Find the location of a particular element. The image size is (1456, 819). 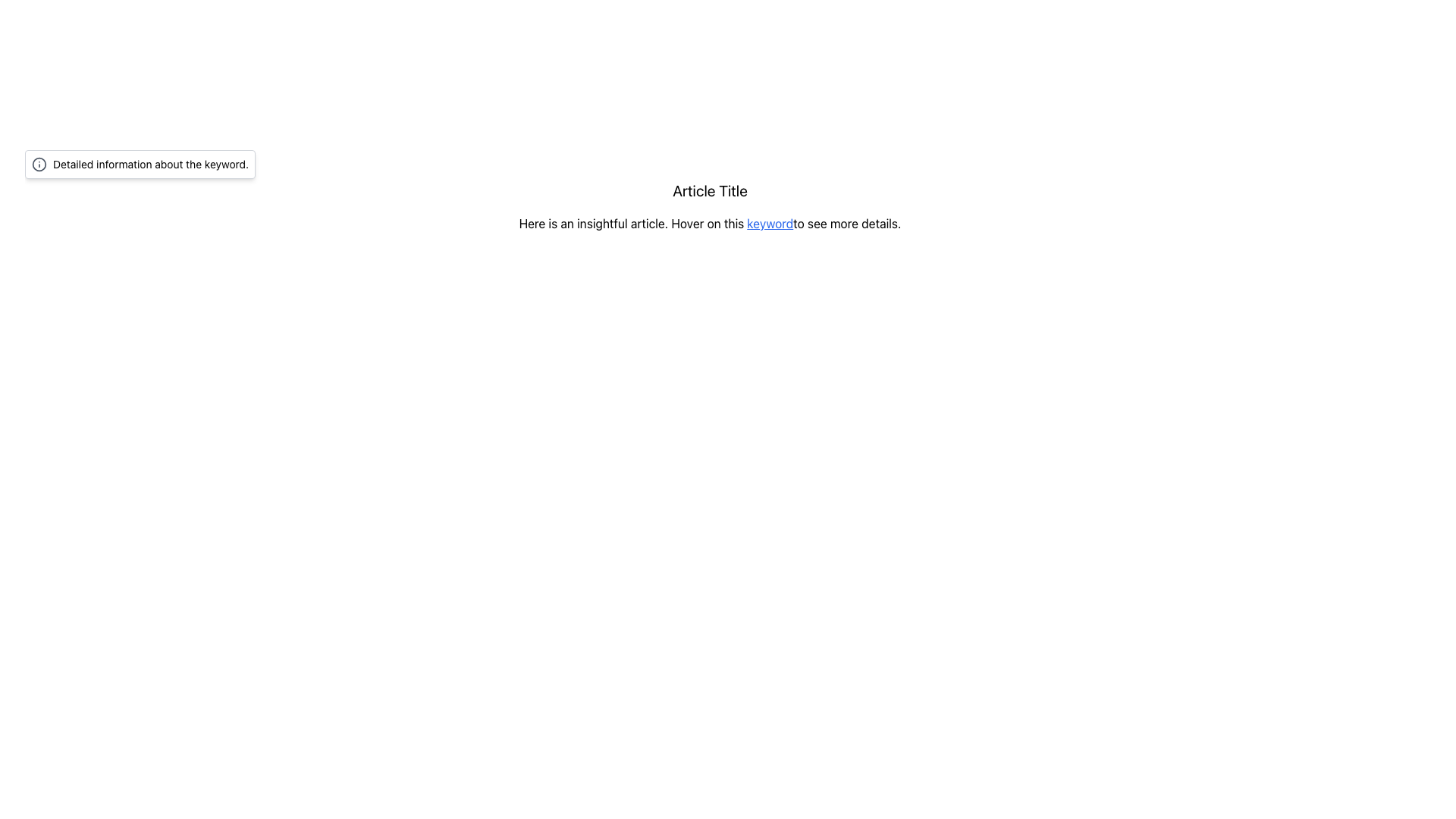

the hyperlink that appears after the phrase 'Hover on this' in the text 'Here is an insightful article. Hover on this keyword is located at coordinates (770, 223).